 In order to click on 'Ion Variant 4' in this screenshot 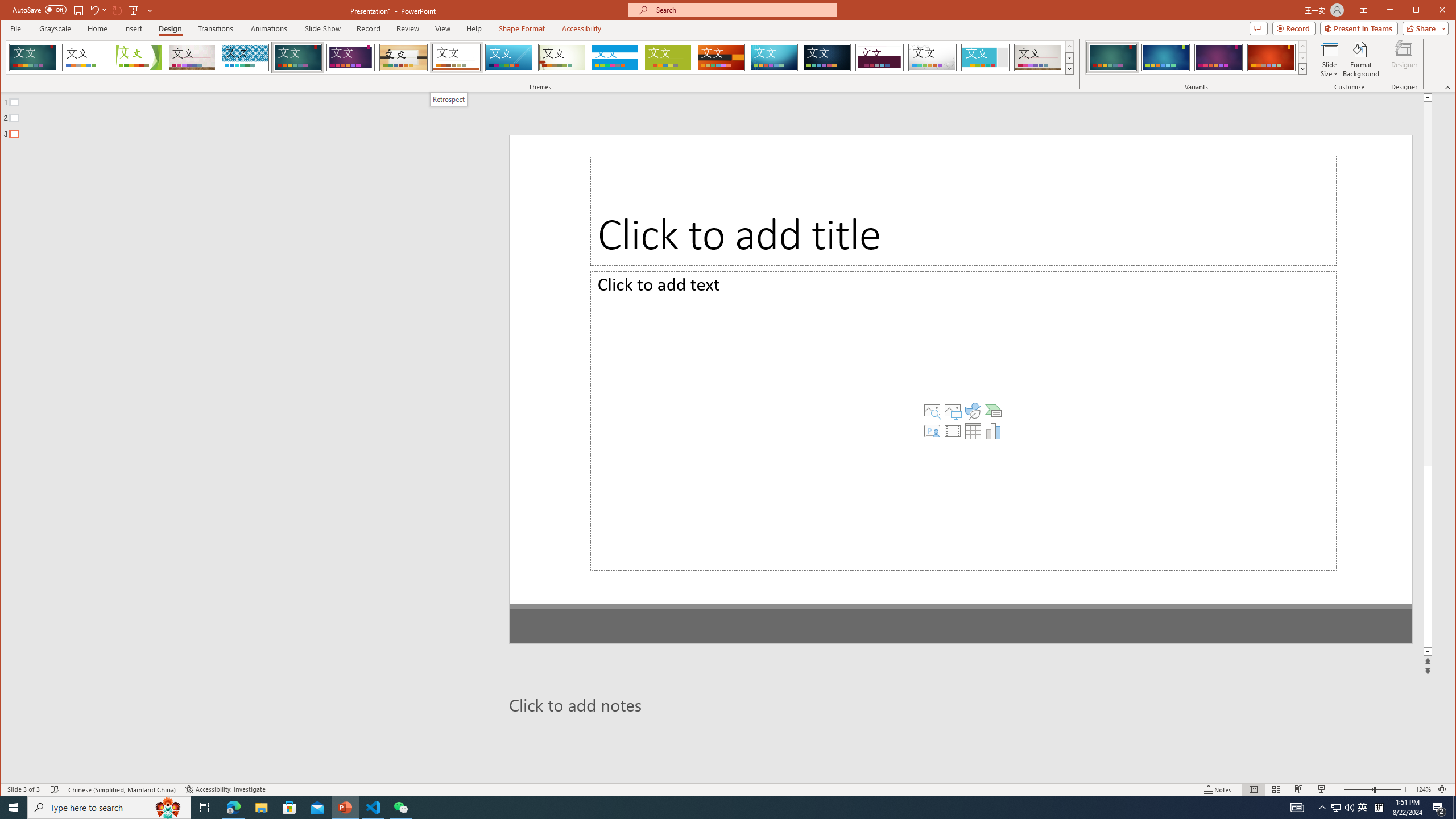, I will do `click(1270, 57)`.